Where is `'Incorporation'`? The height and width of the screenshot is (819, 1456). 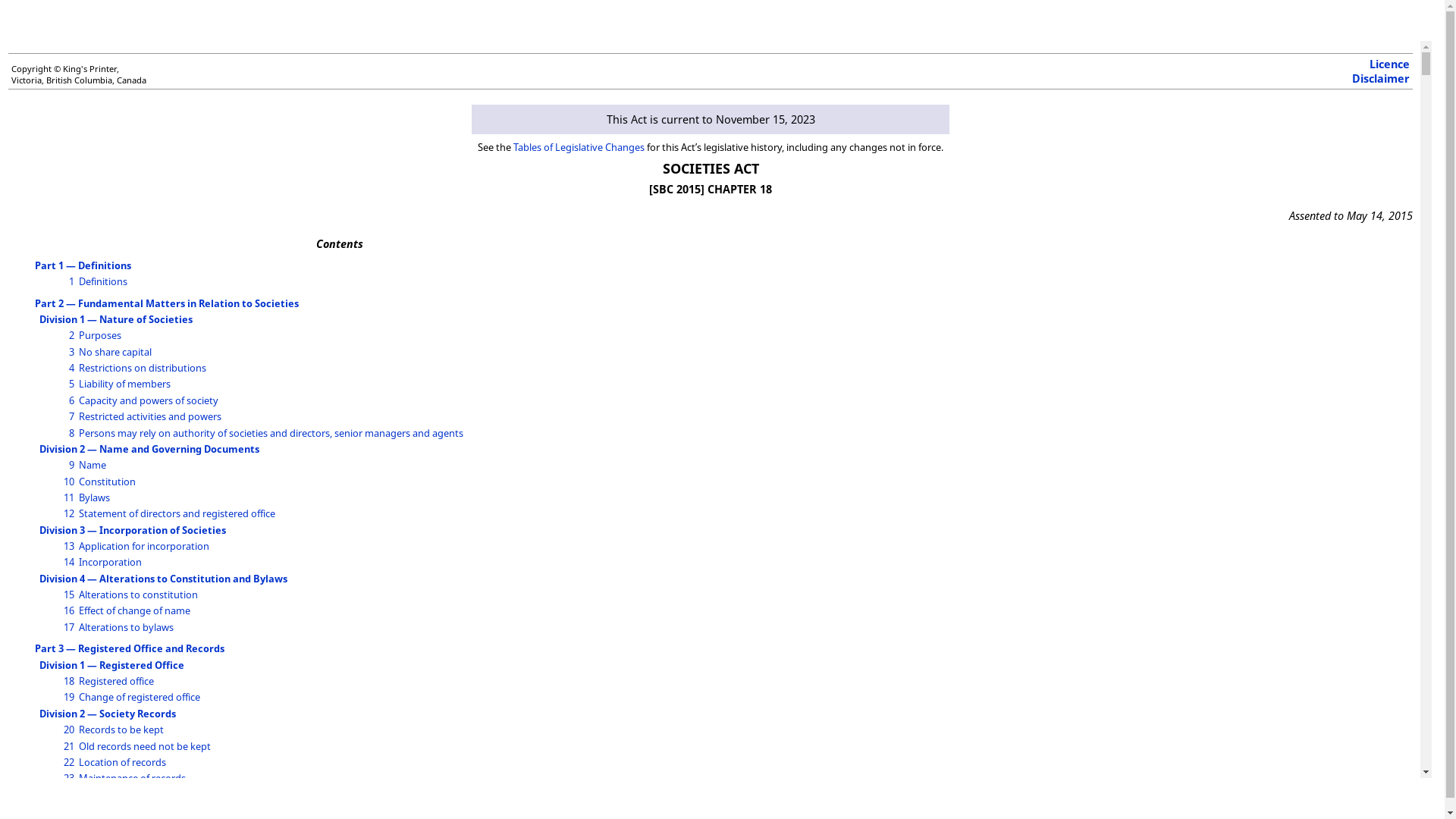
'Incorporation' is located at coordinates (109, 561).